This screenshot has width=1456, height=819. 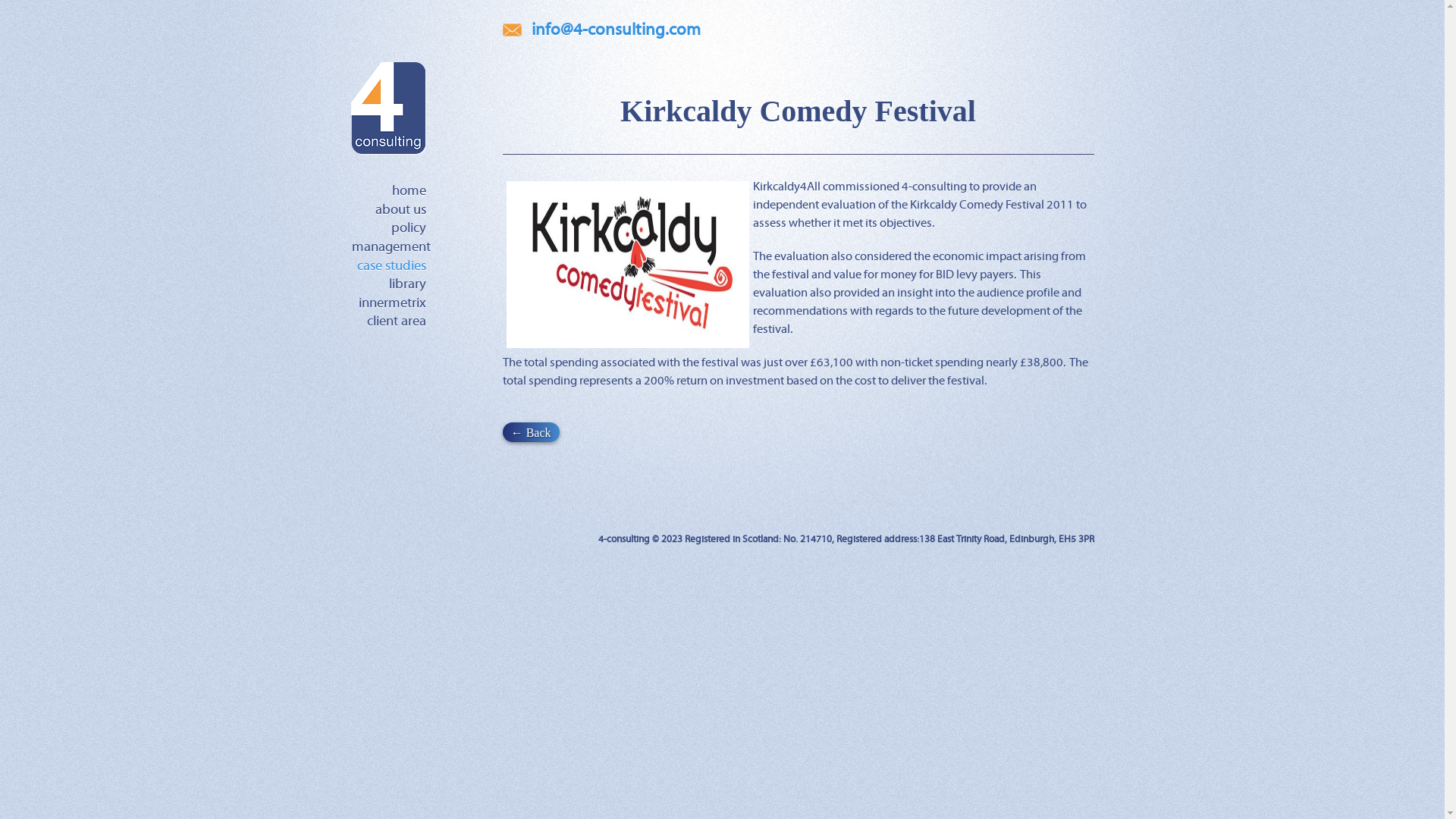 I want to click on 'info@4-consulting.com', so click(x=615, y=30).